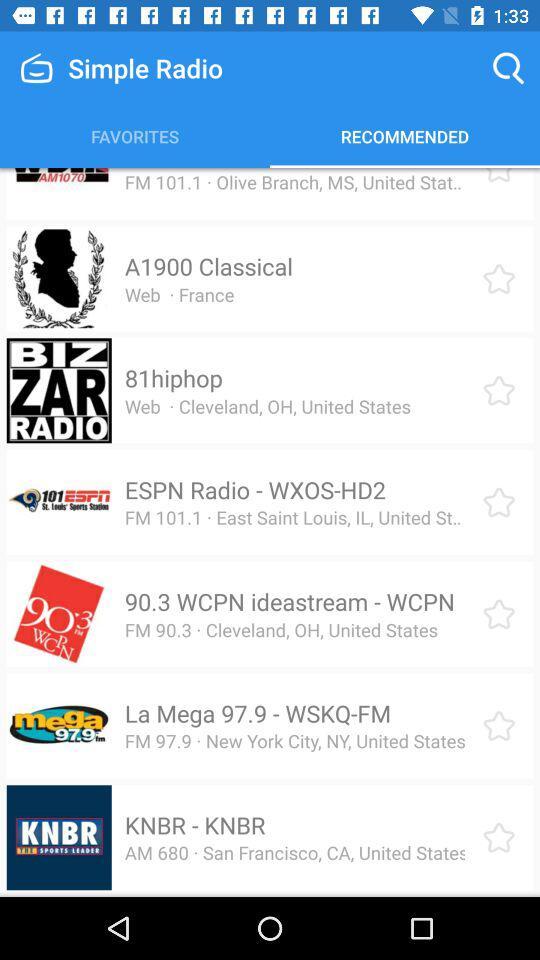 The height and width of the screenshot is (960, 540). Describe the element at coordinates (173, 377) in the screenshot. I see `the 81hiphop` at that location.